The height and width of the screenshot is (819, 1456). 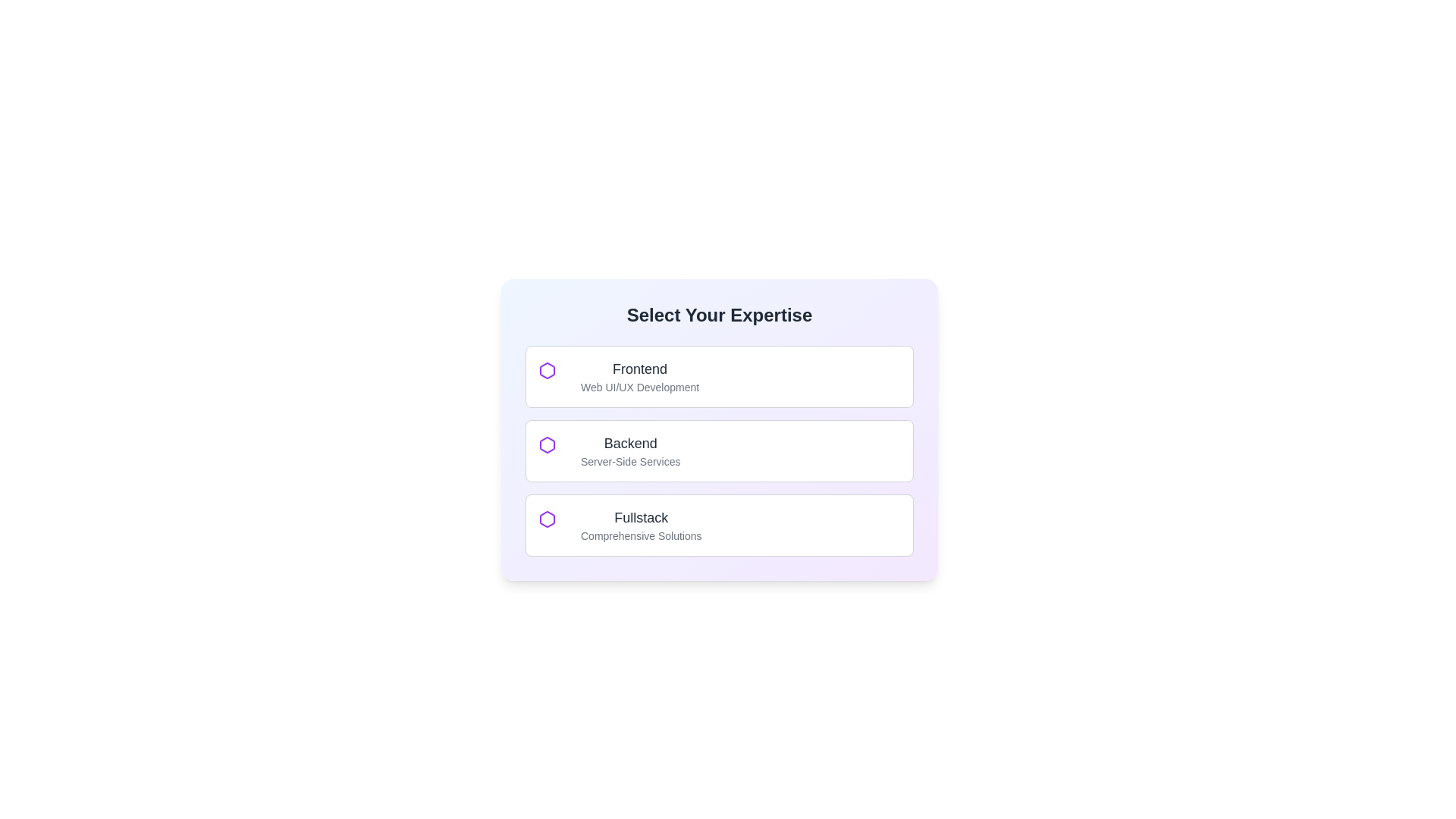 What do you see at coordinates (640, 386) in the screenshot?
I see `the descriptive text label that provides information about the 'Frontend' selection option, which is positioned below the 'Frontend' text` at bounding box center [640, 386].